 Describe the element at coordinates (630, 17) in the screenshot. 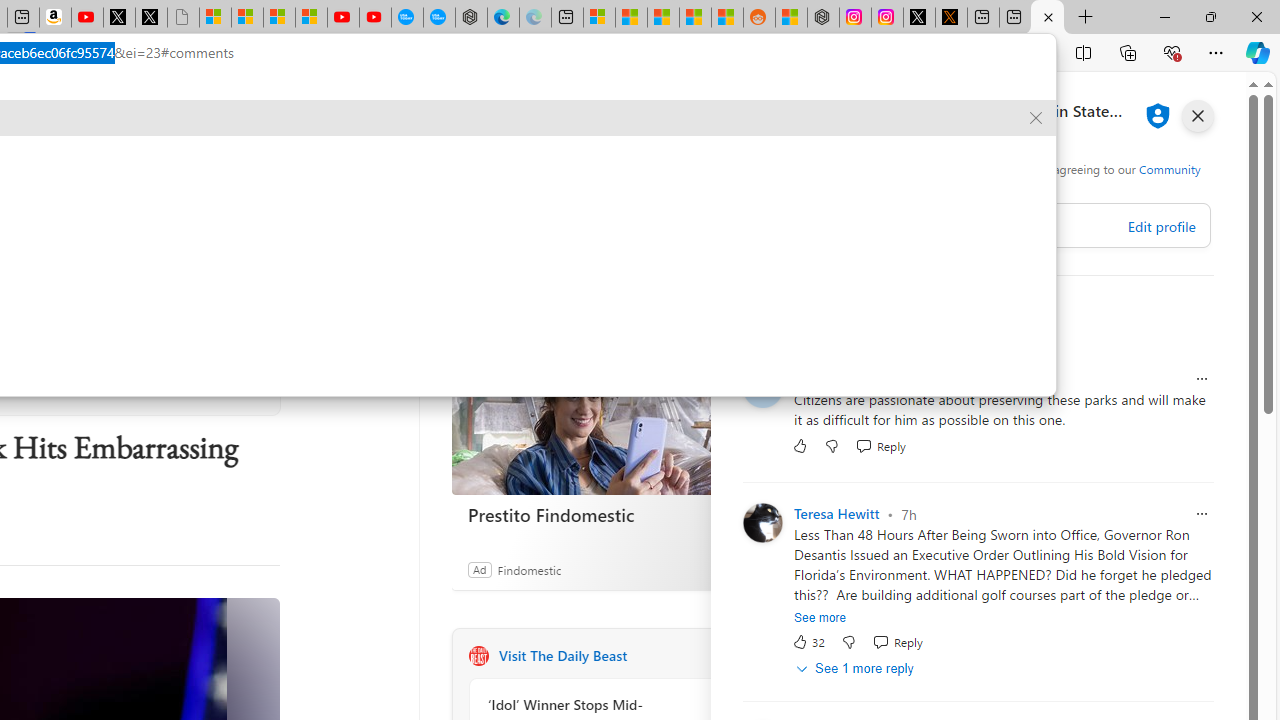

I see `'Shanghai, China weather forecast | Microsoft Weather'` at that location.